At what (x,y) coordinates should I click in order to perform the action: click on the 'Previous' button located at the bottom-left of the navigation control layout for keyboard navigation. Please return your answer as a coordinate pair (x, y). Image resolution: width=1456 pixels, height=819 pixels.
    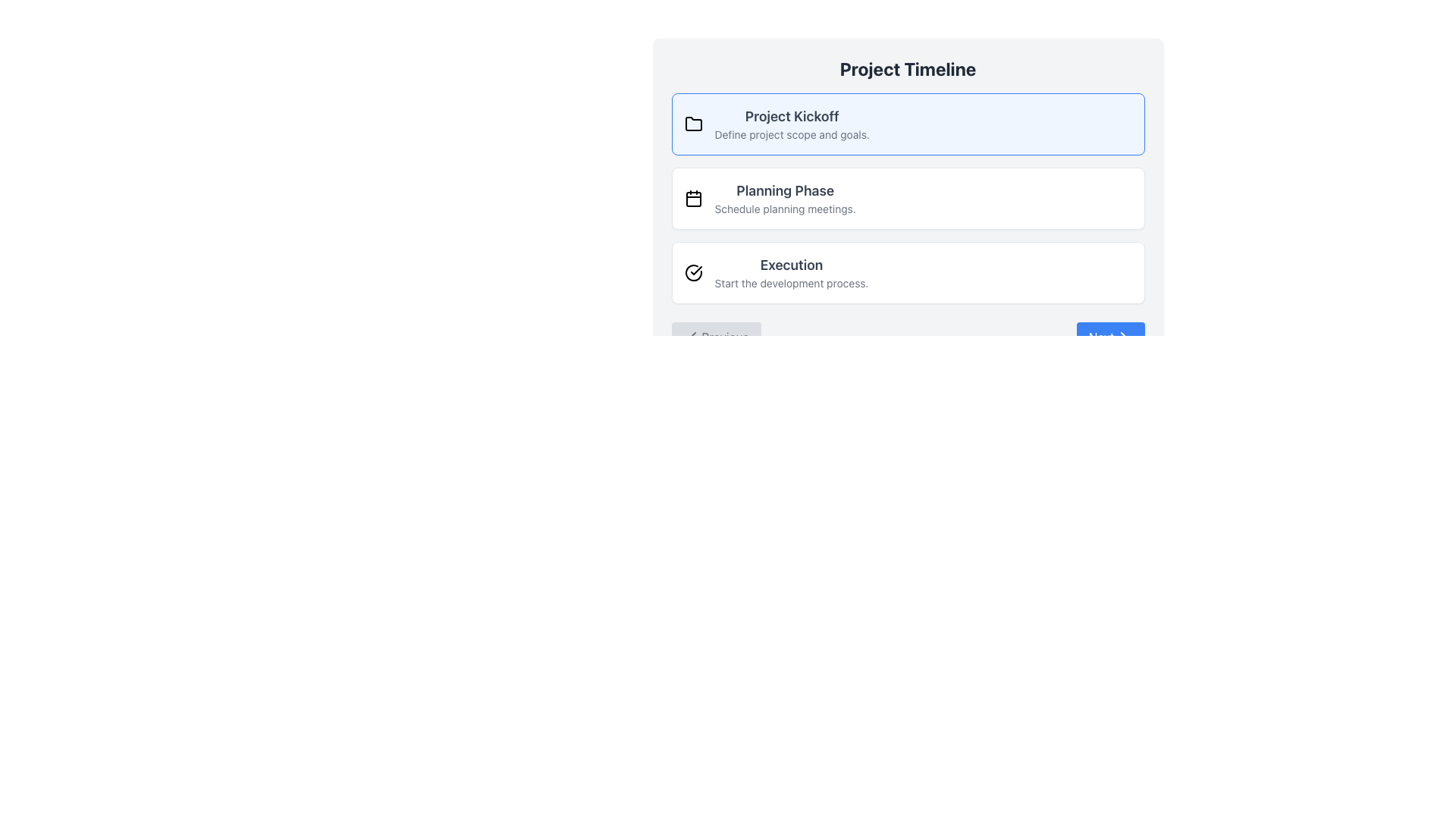
    Looking at the image, I should click on (715, 336).